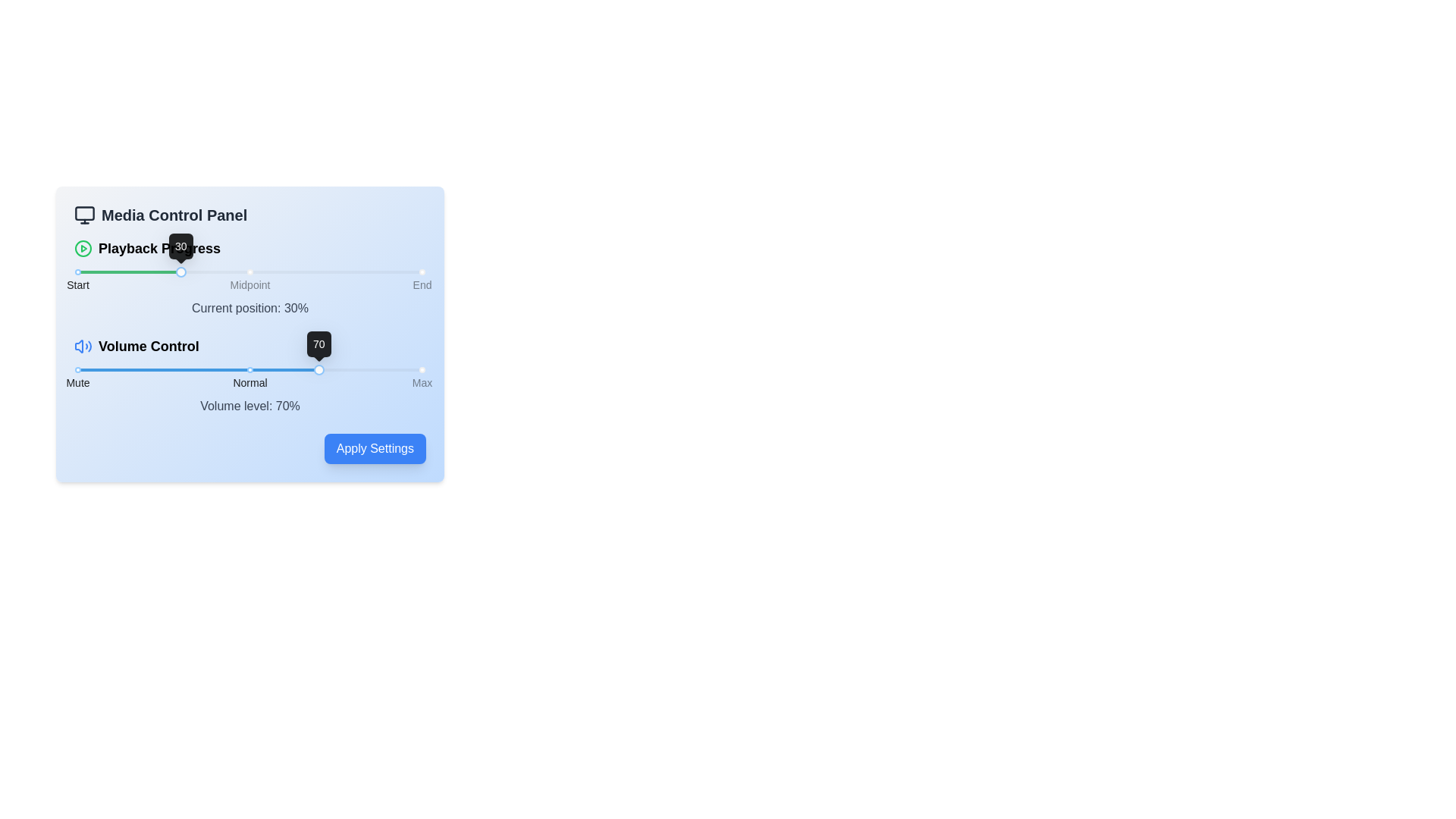 This screenshot has height=819, width=1456. What do you see at coordinates (83, 247) in the screenshot?
I see `the play icon located to the left of the text 'Playback Progress' in the playback control section` at bounding box center [83, 247].